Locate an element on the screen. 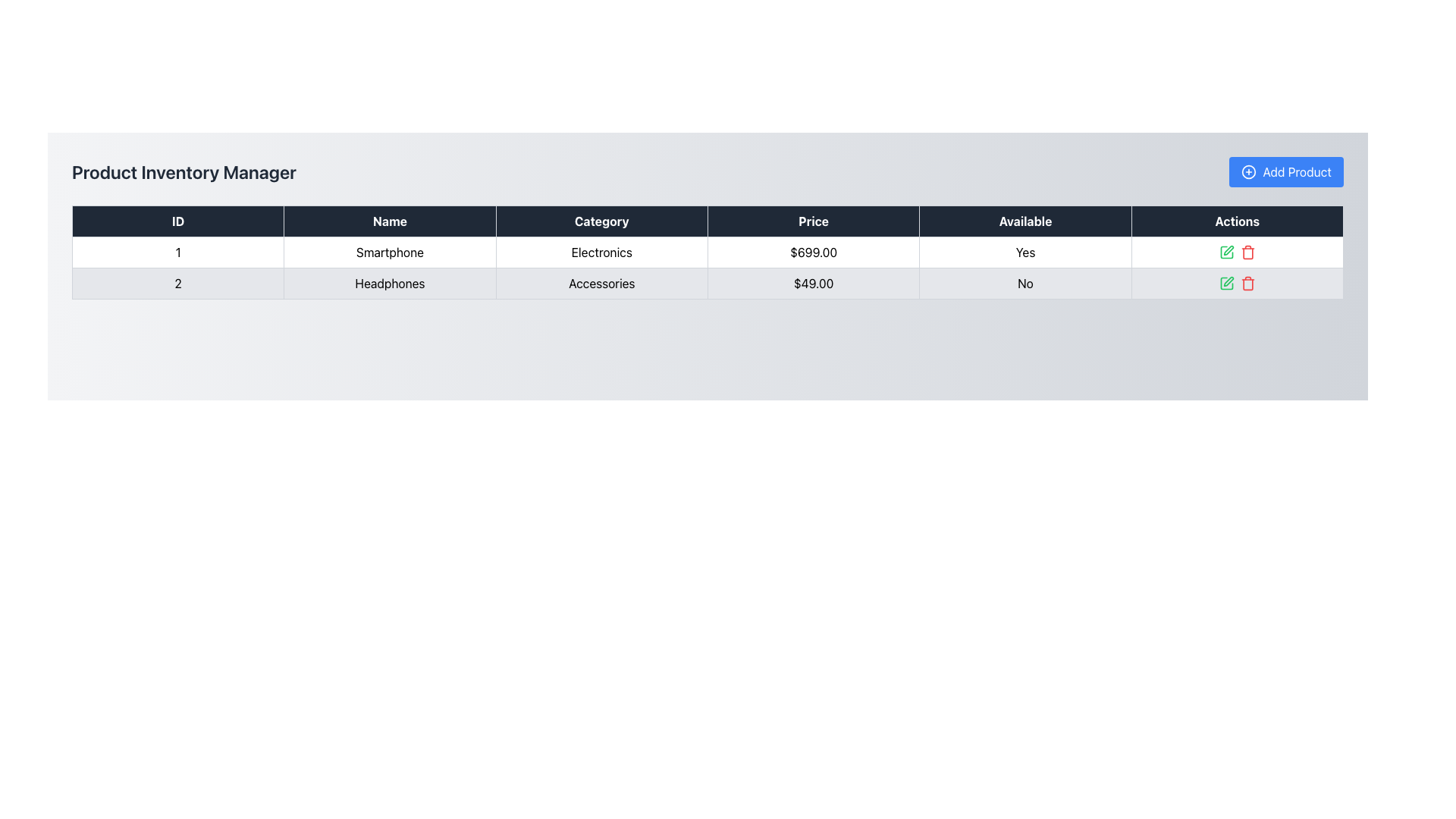 Image resolution: width=1456 pixels, height=819 pixels. the delete button icon in the 'Actions' column of the second row of the table is located at coordinates (1247, 251).